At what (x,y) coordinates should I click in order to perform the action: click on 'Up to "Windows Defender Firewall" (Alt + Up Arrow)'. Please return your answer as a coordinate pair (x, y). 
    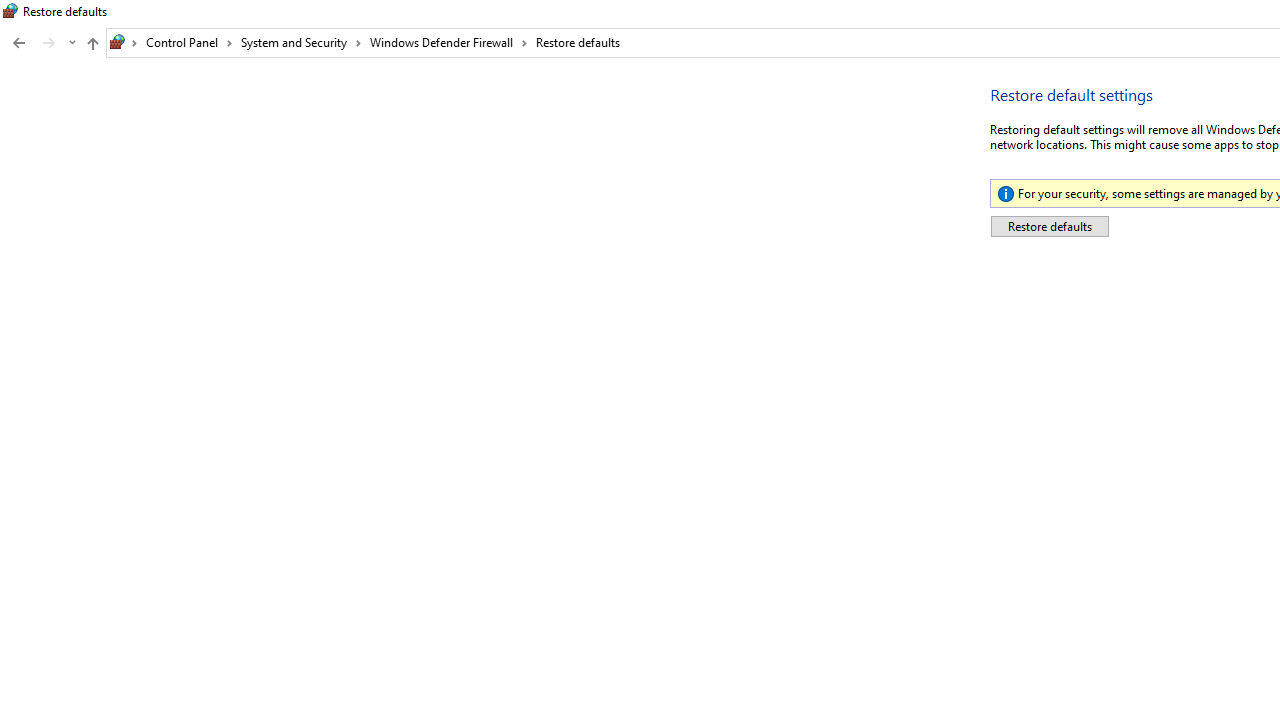
    Looking at the image, I should click on (91, 43).